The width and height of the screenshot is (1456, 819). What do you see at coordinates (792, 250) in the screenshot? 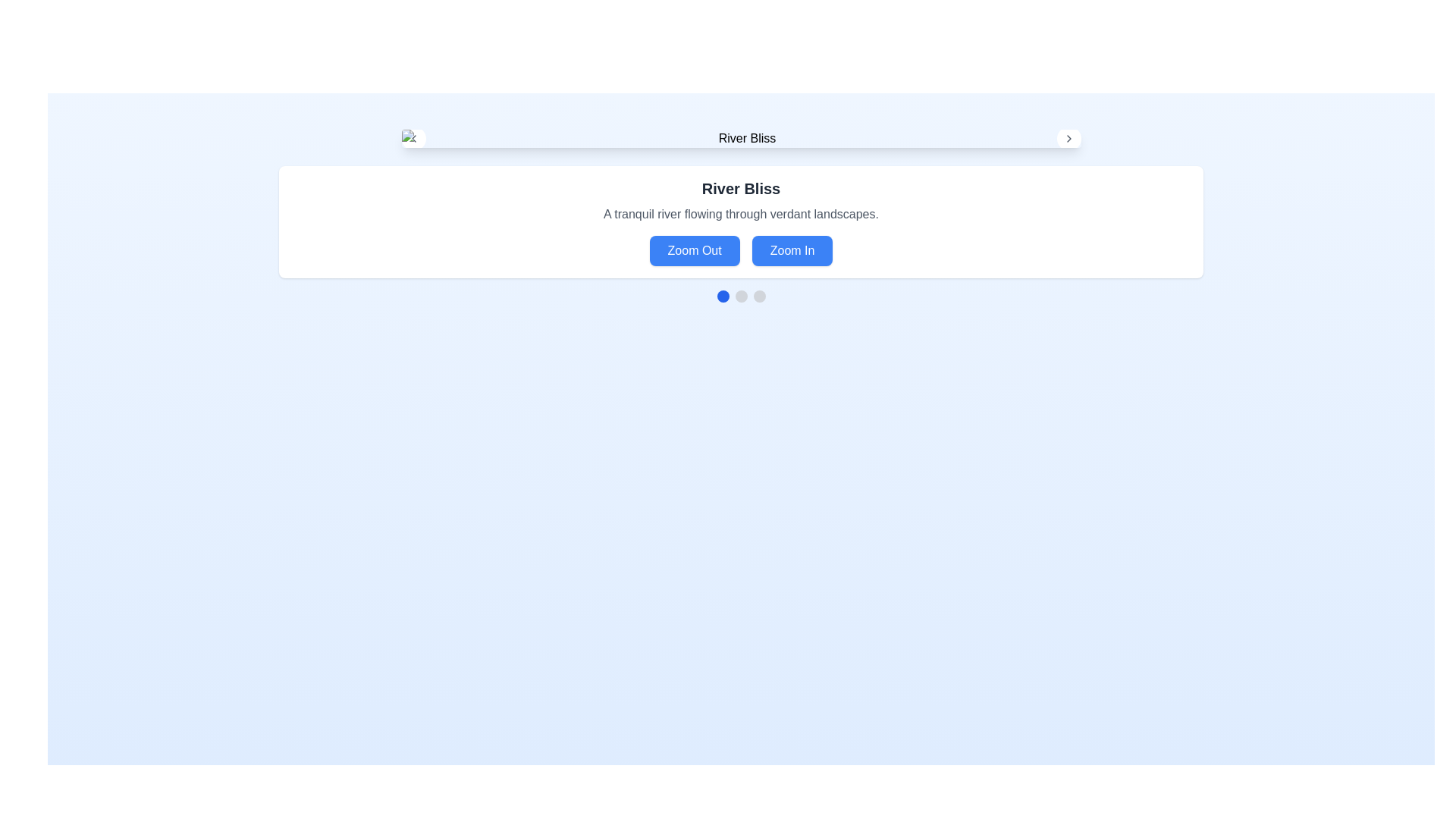
I see `the 'Zoom In' button with a blue background and white text for accessibility purposes` at bounding box center [792, 250].